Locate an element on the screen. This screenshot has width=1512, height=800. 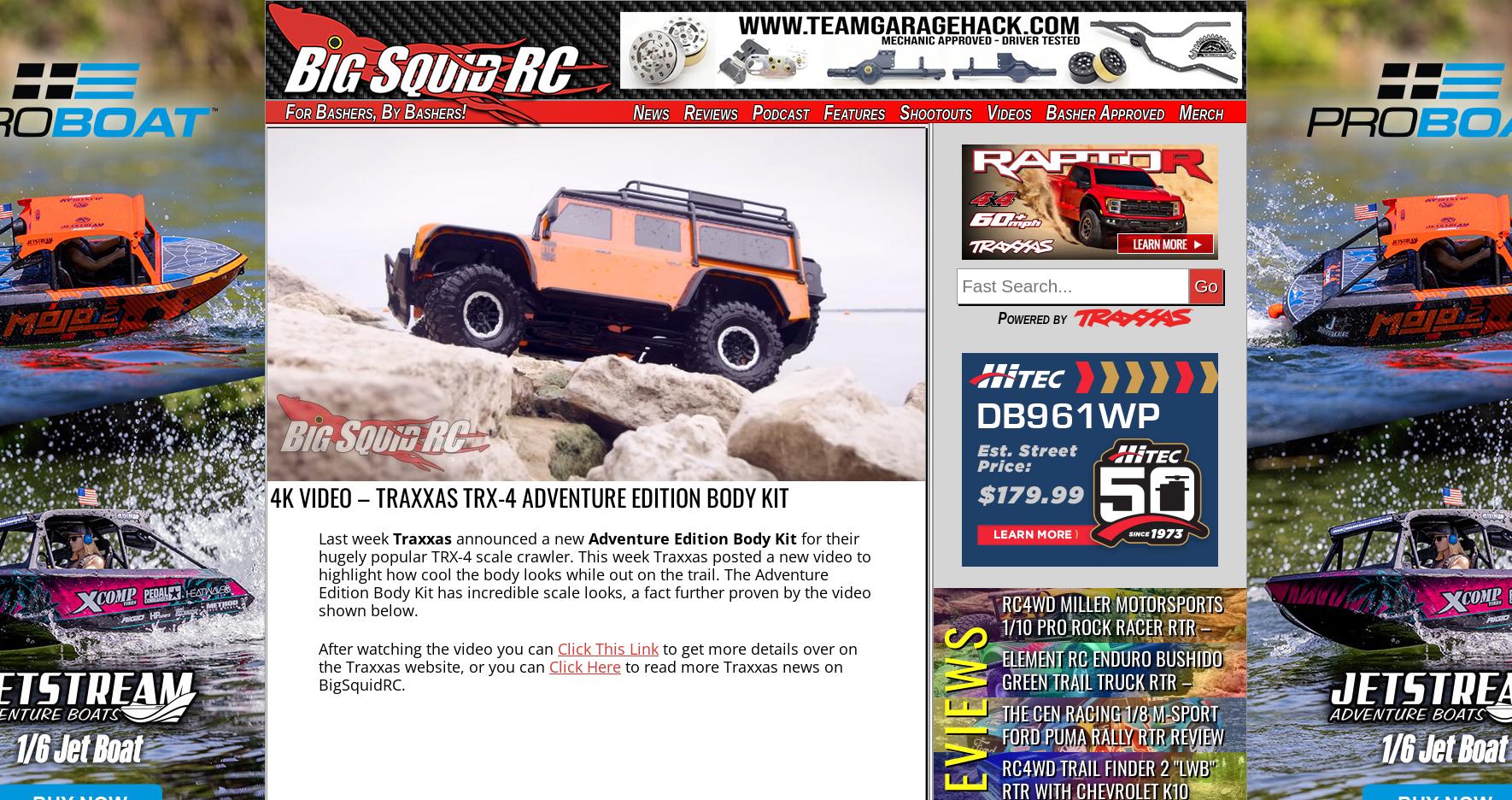
'Click Here' is located at coordinates (548, 666).